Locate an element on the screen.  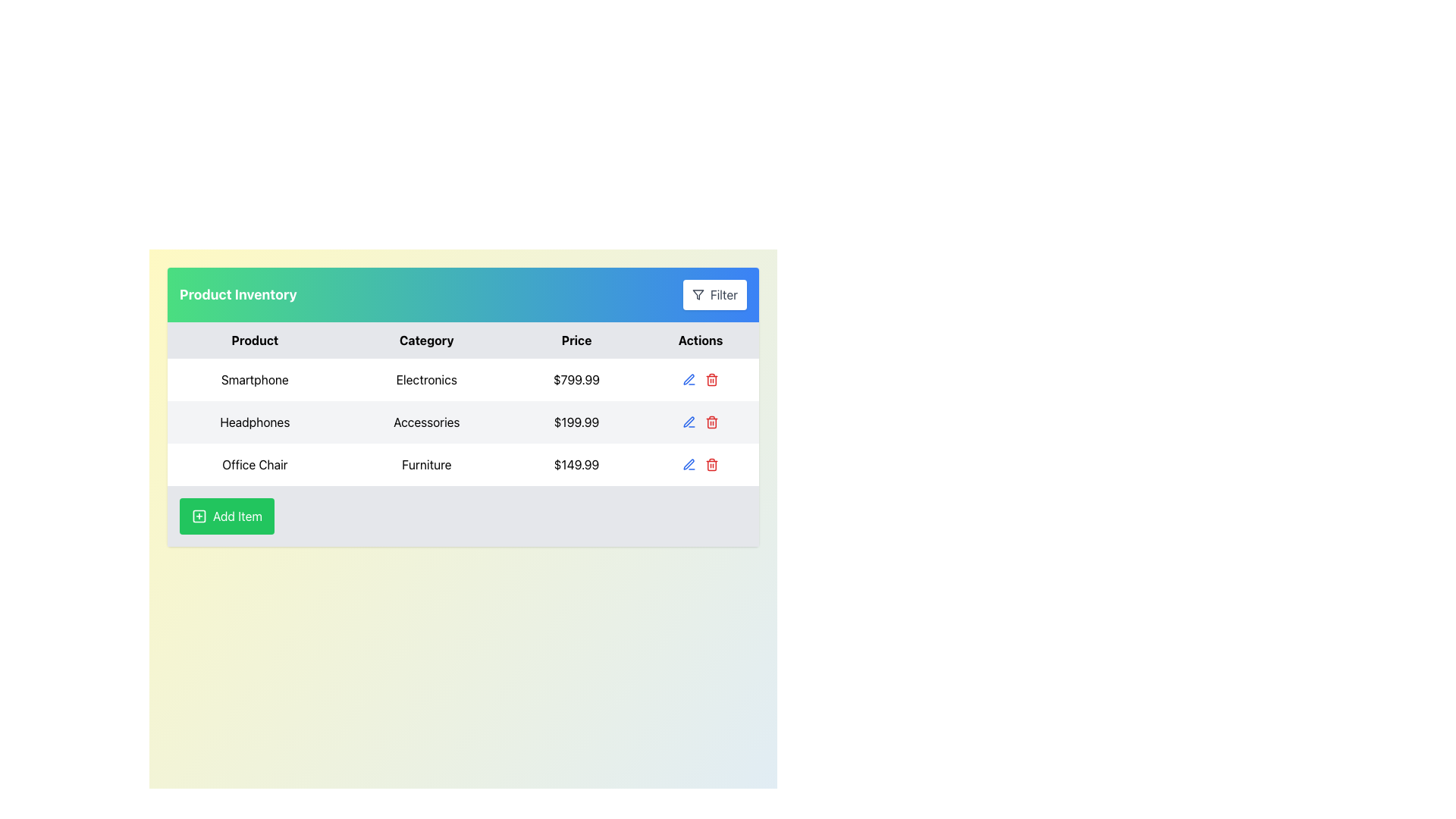
the decorative trash bin icon segment in the 'Actions' column for the 'Office Chair' entry is located at coordinates (711, 380).